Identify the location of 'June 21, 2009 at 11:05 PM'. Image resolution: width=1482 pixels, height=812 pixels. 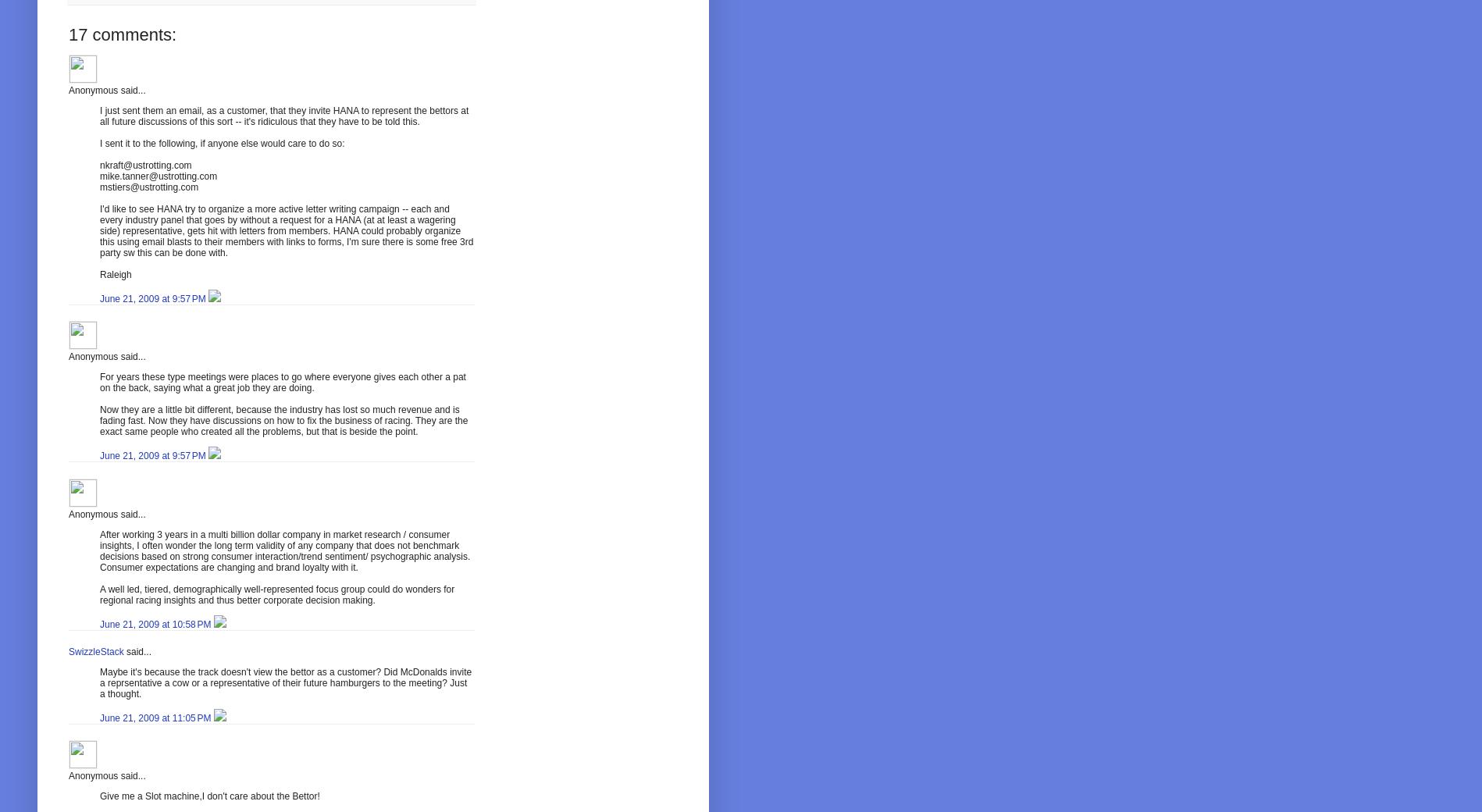
(99, 718).